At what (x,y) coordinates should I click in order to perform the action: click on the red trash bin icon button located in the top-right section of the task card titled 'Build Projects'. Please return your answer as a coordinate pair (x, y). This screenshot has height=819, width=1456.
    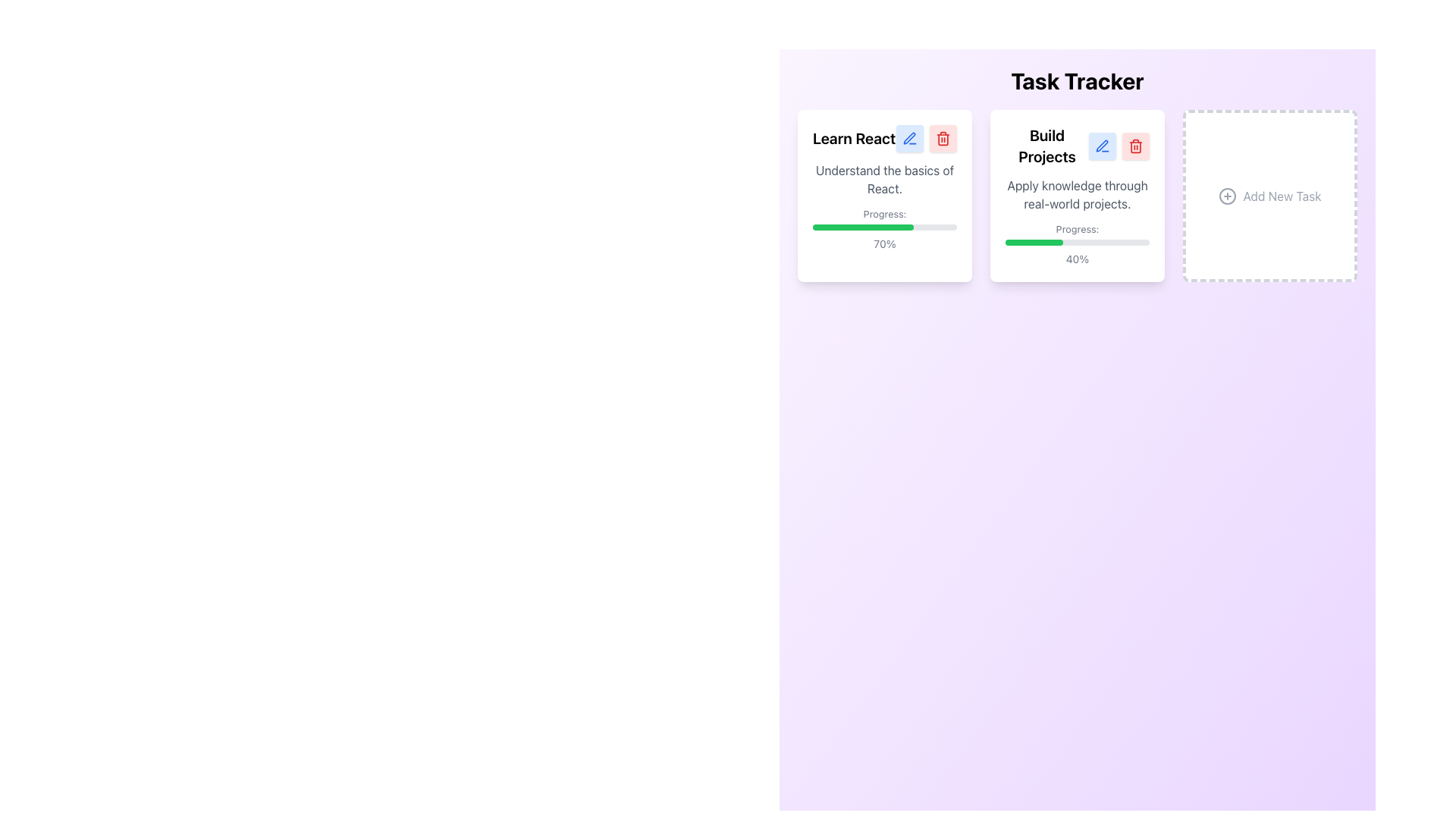
    Looking at the image, I should click on (1135, 146).